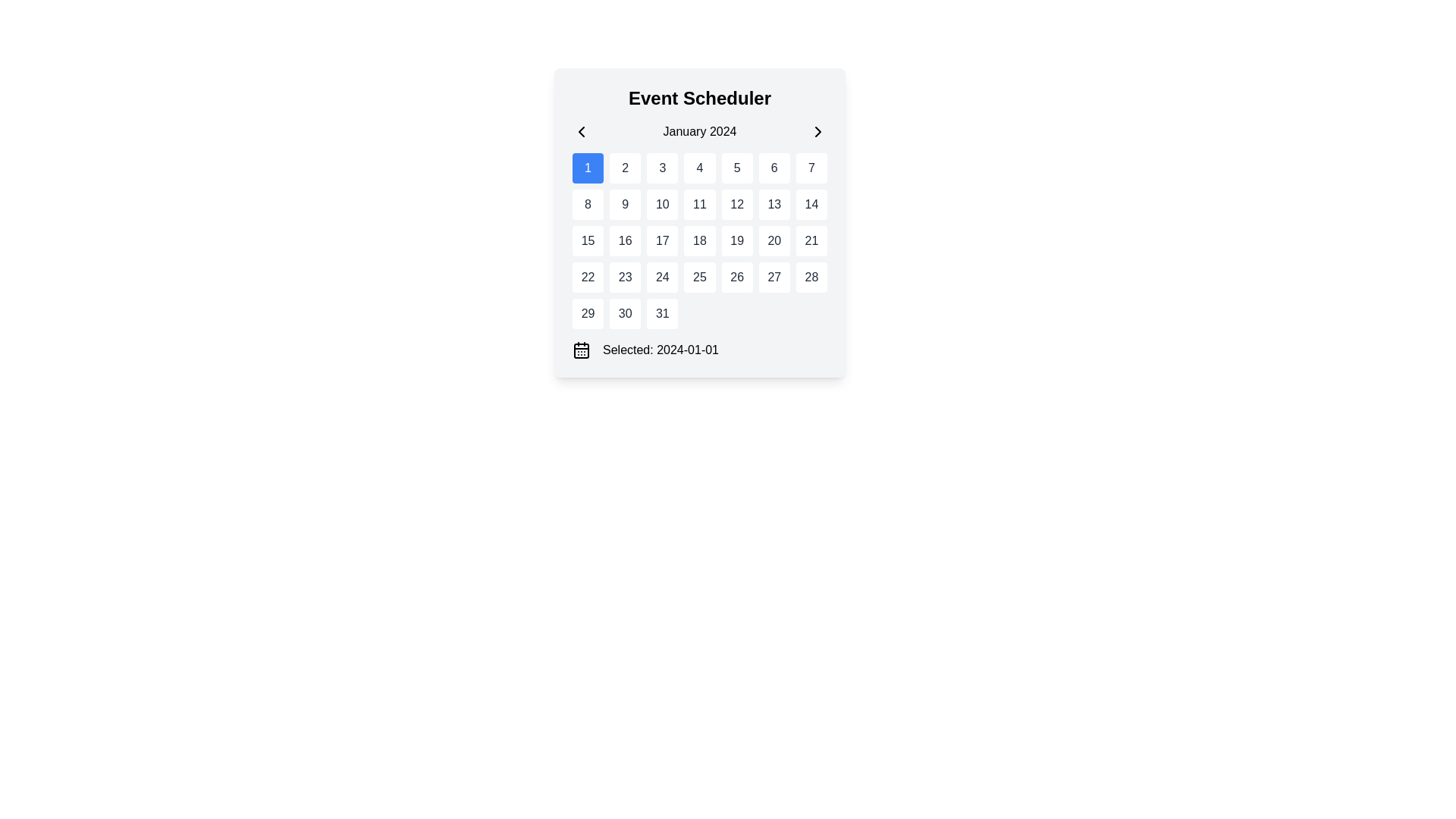  I want to click on displayed date in the box representing the day '13' within the monthly calendar view, located in the second row and sixth column of the calendar grid, so click(774, 205).